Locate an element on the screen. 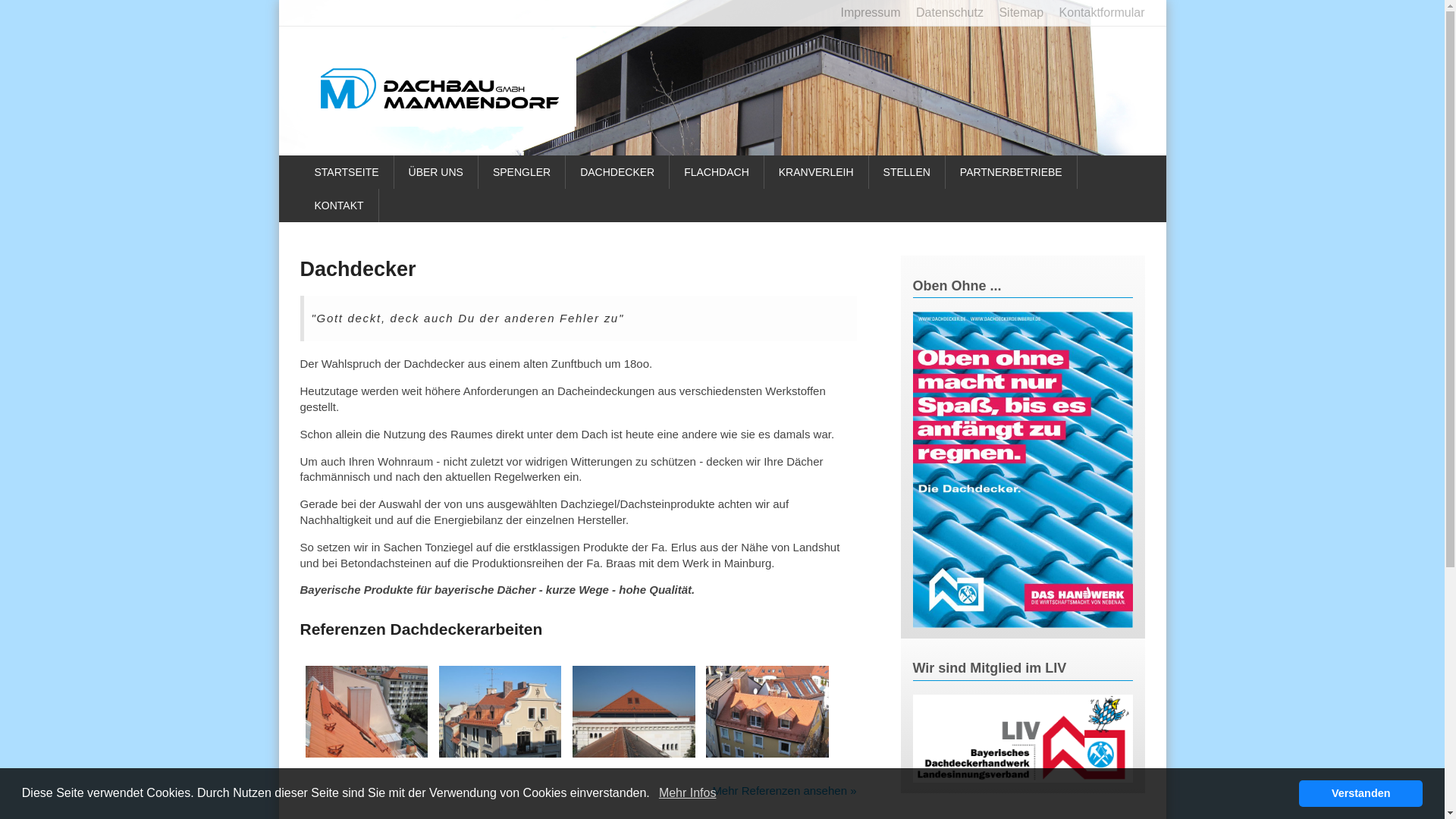 This screenshot has height=819, width=1456. 'Bildergalerie Referenzen' is located at coordinates (633, 753).